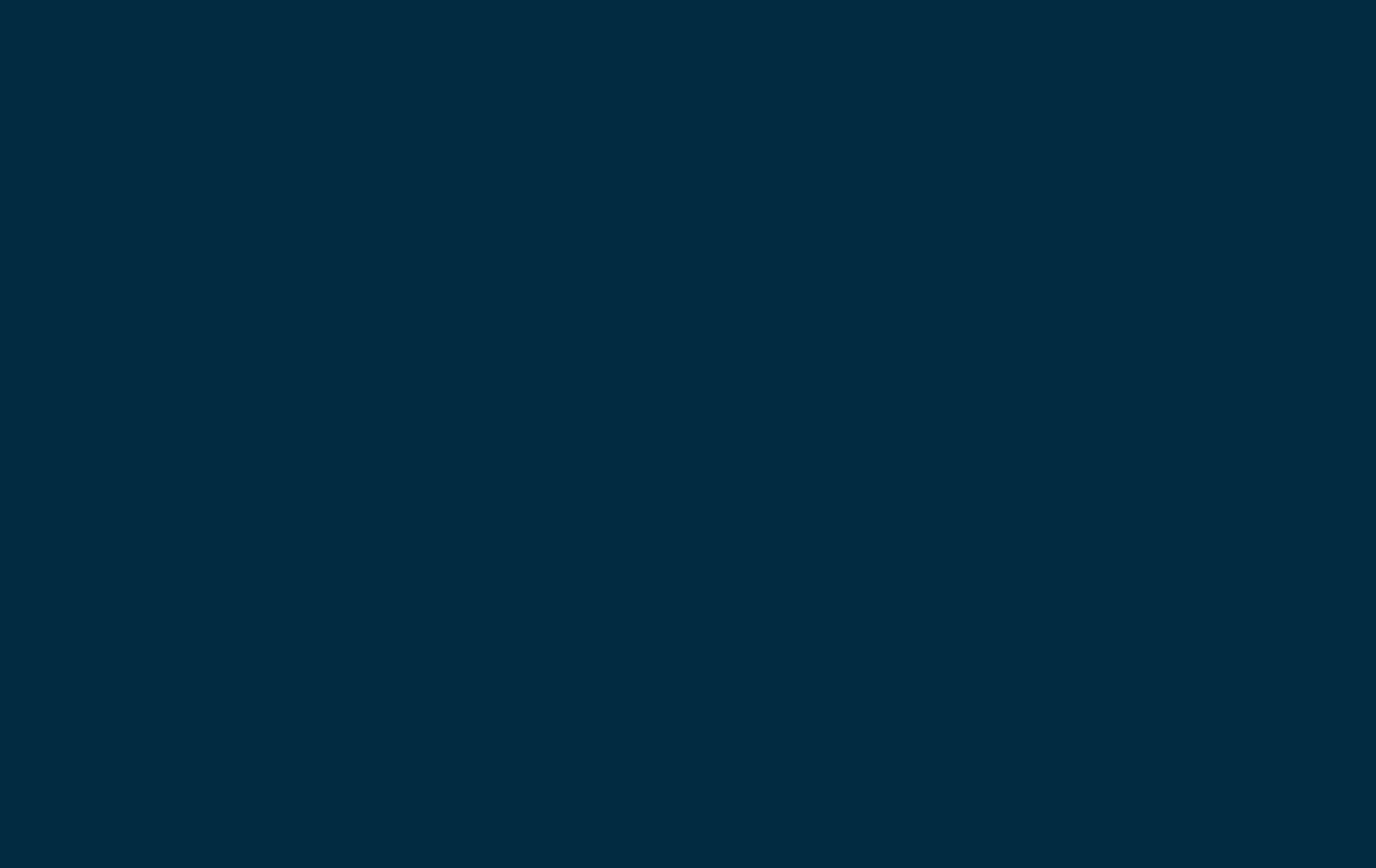 The width and height of the screenshot is (1376, 868). I want to click on 'Overview', so click(688, 107).